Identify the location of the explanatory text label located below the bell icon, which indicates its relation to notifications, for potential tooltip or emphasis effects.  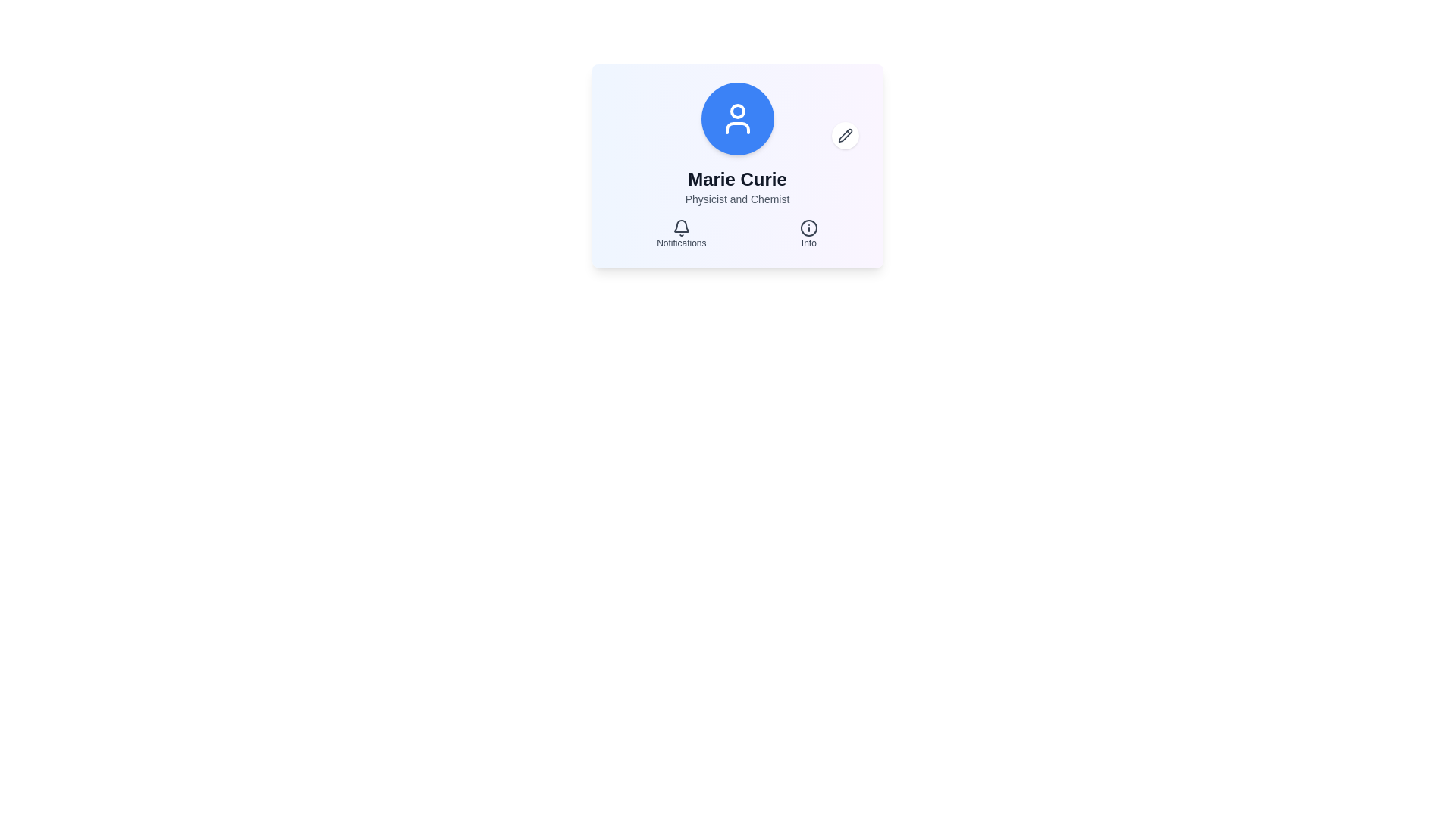
(680, 242).